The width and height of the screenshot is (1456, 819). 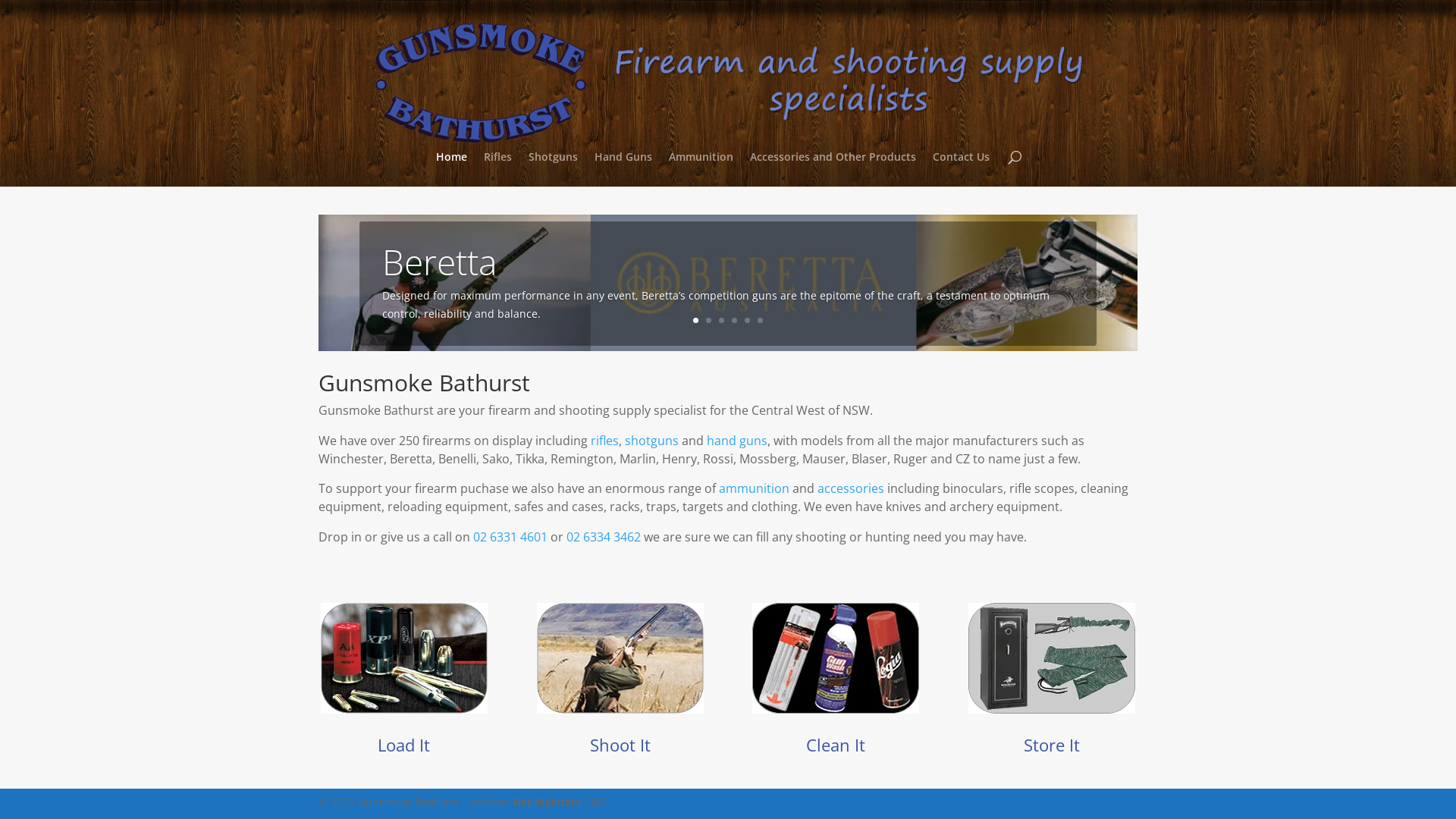 What do you see at coordinates (552, 169) in the screenshot?
I see `'Shotguns'` at bounding box center [552, 169].